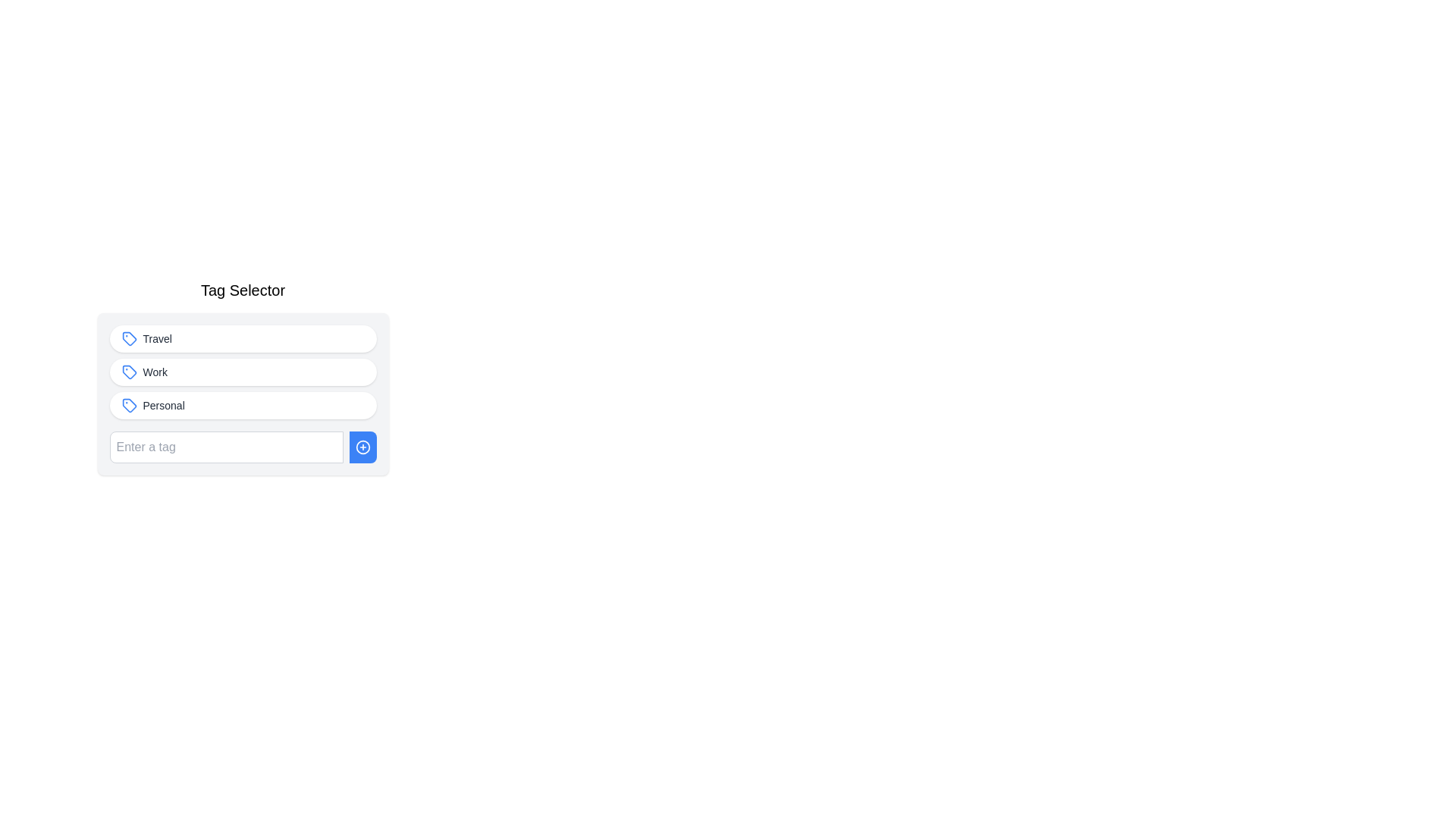 The height and width of the screenshot is (819, 1456). What do you see at coordinates (243, 405) in the screenshot?
I see `the selectable labeled badge representing the category 'Personal', which is the third item in a vertical stack of badges located below the 'Work' badge` at bounding box center [243, 405].